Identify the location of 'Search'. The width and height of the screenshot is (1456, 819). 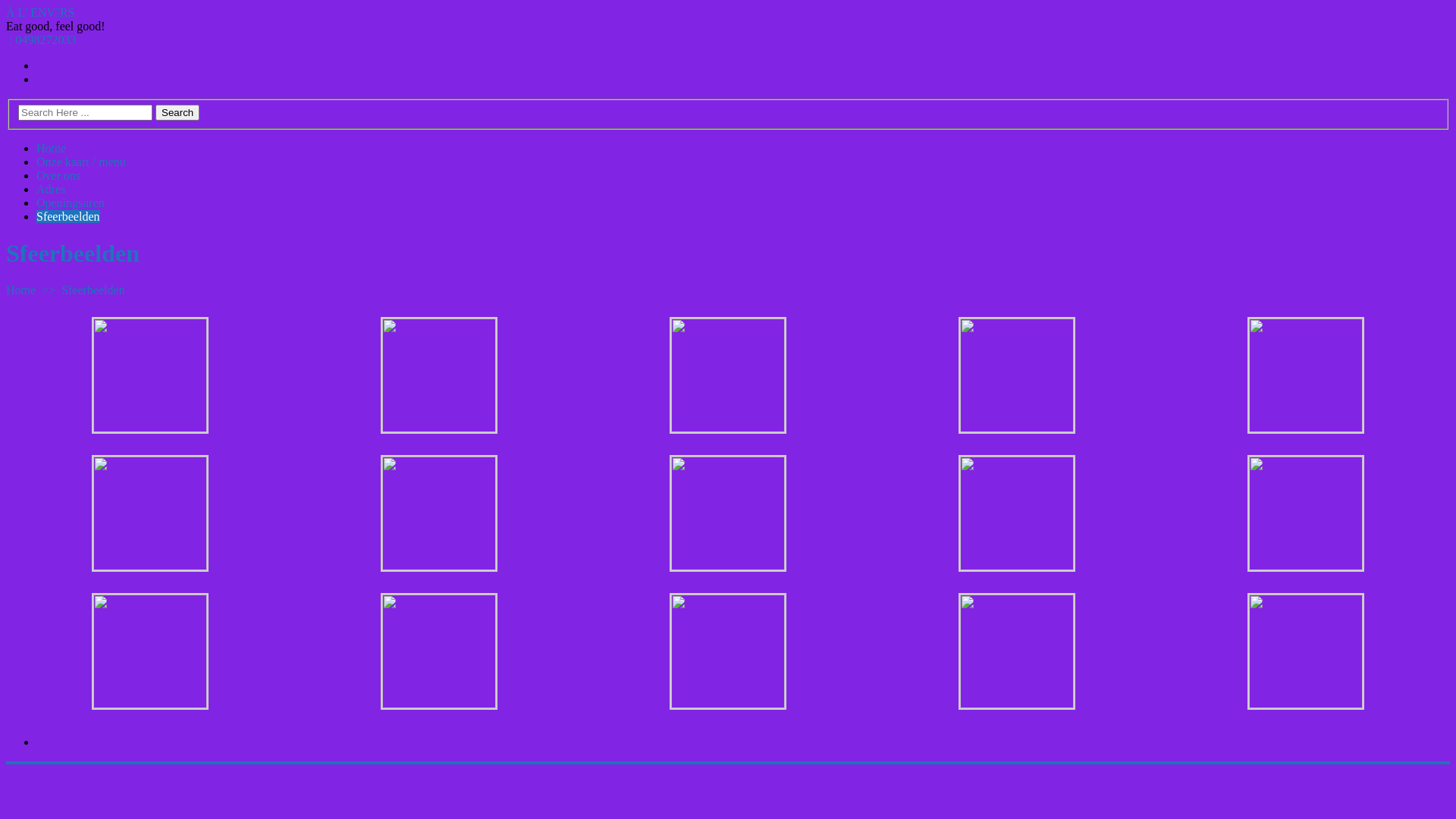
(177, 111).